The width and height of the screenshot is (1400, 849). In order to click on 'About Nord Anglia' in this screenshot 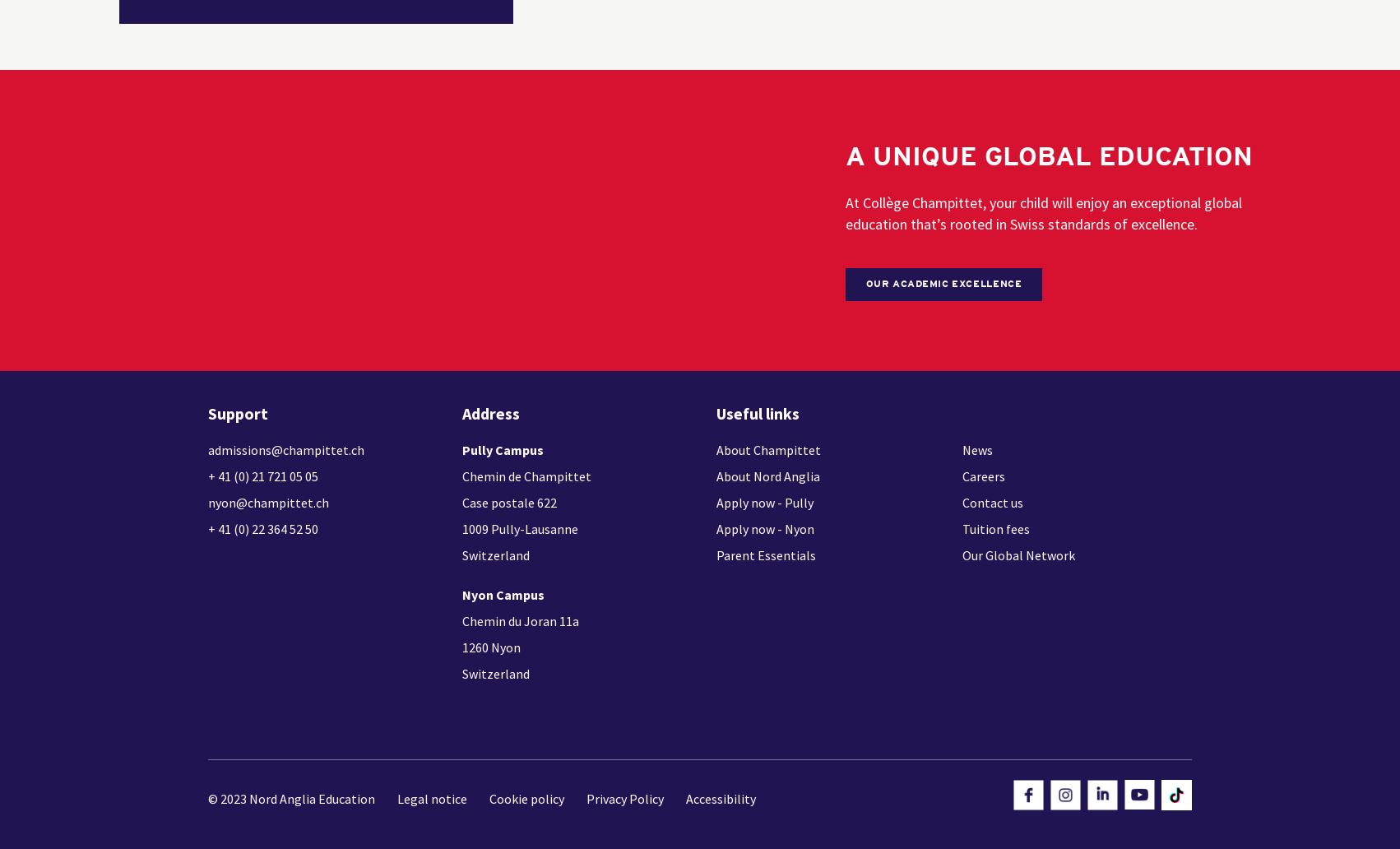, I will do `click(767, 476)`.